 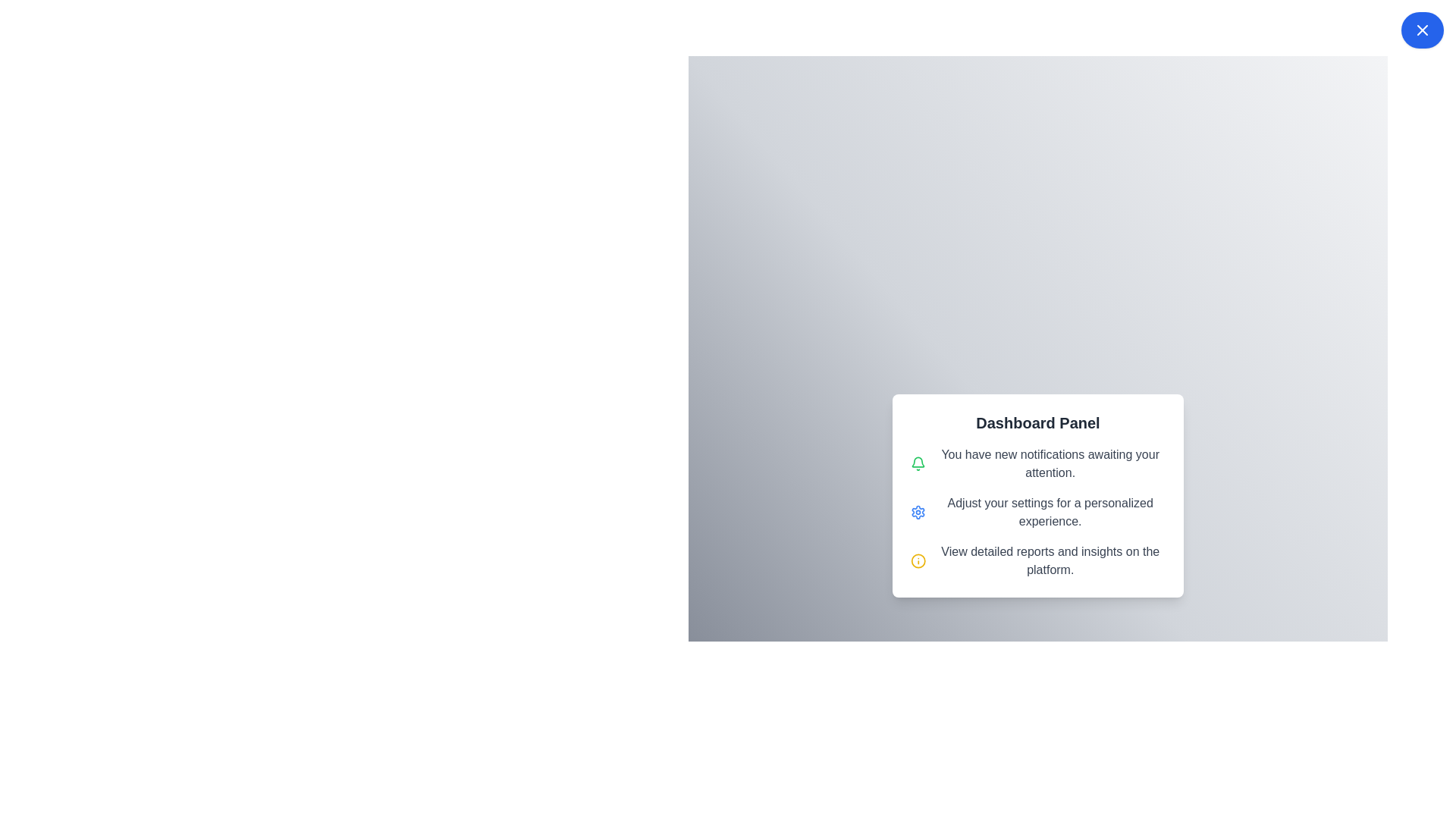 What do you see at coordinates (1050, 561) in the screenshot?
I see `descriptive text block that says 'View detailed reports and insights on the platform.' located beneath the yellow circular icon in the vertical list` at bounding box center [1050, 561].